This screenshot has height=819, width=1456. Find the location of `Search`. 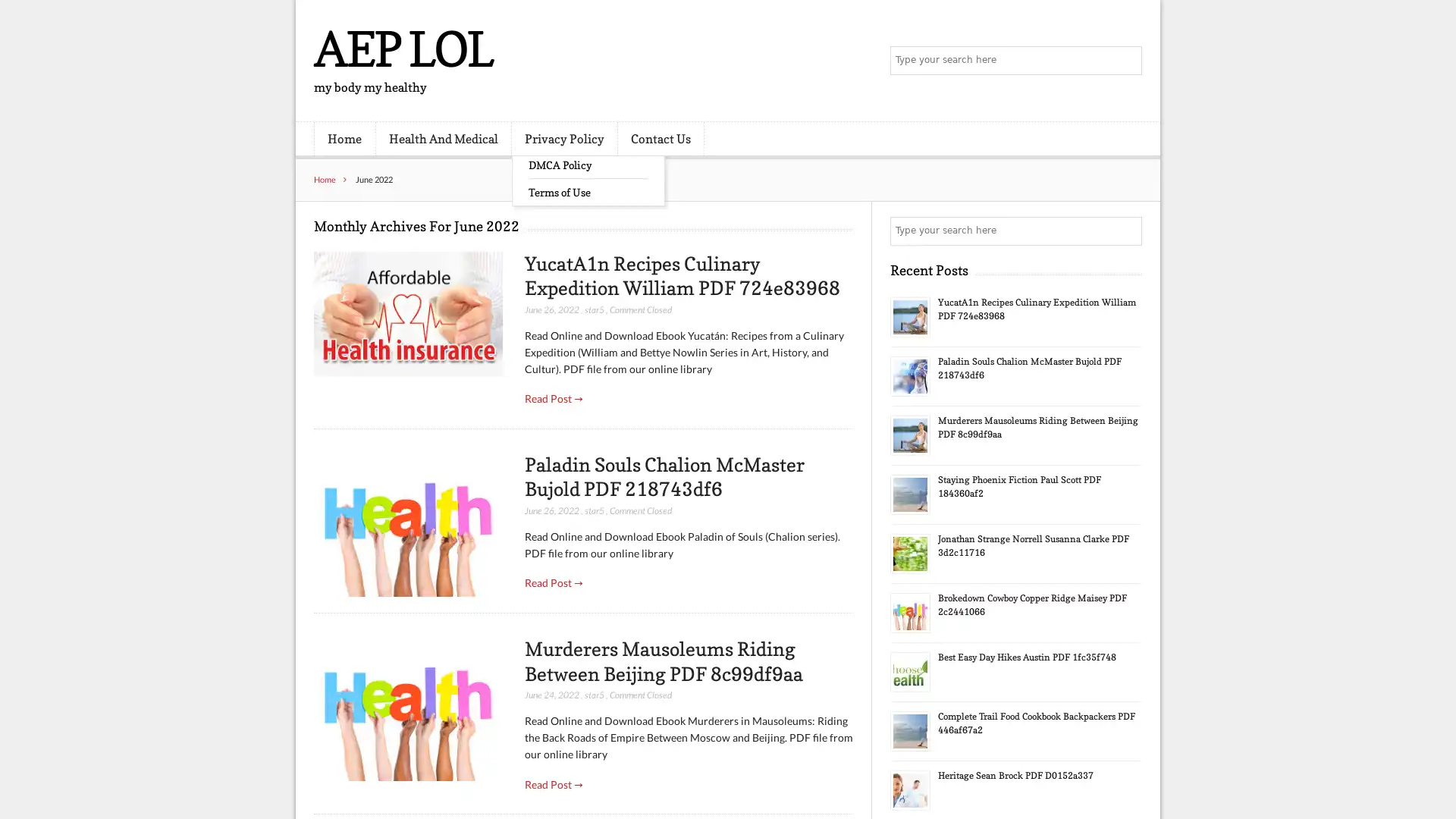

Search is located at coordinates (1126, 61).